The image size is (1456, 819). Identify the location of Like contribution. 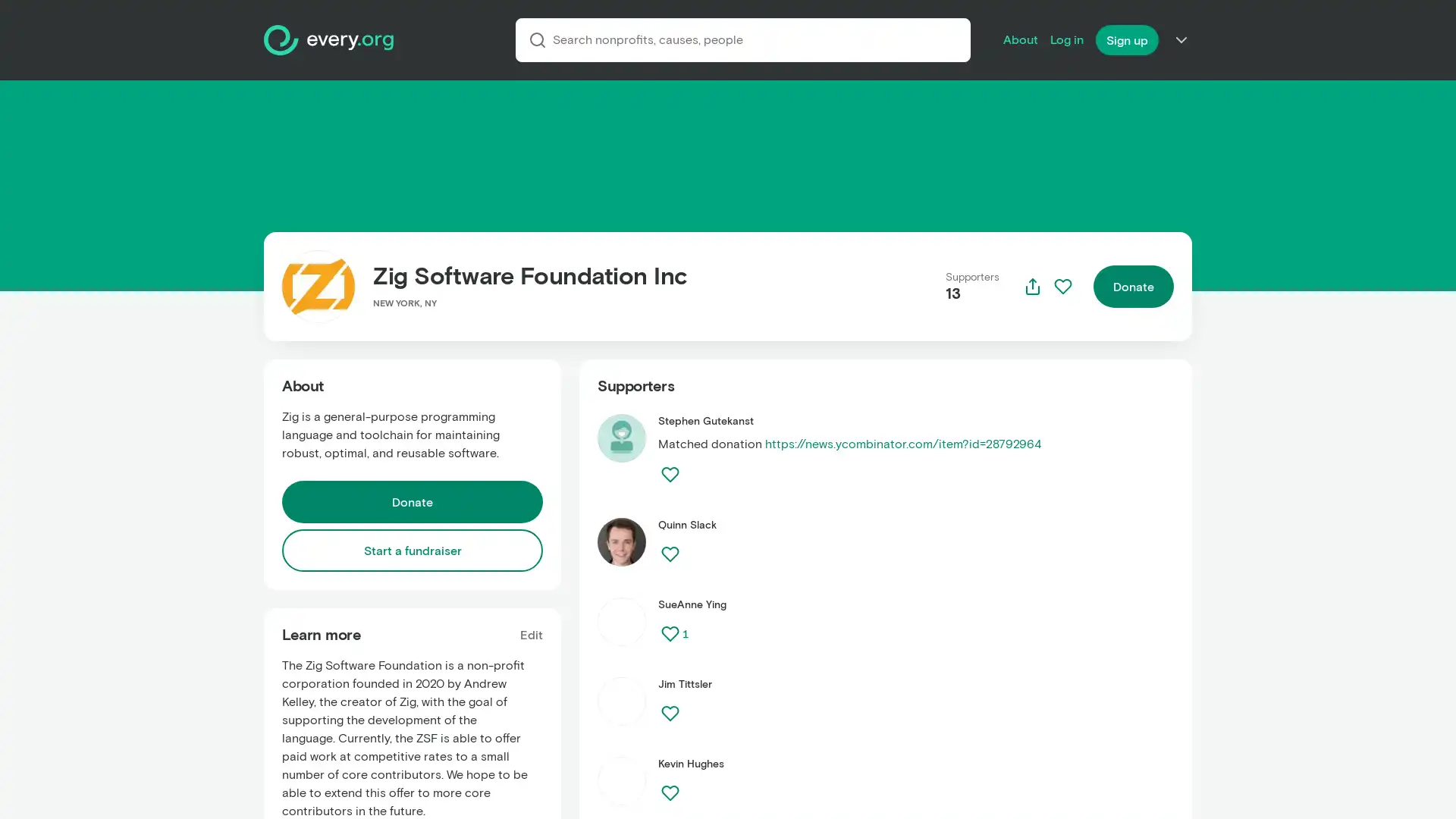
(669, 473).